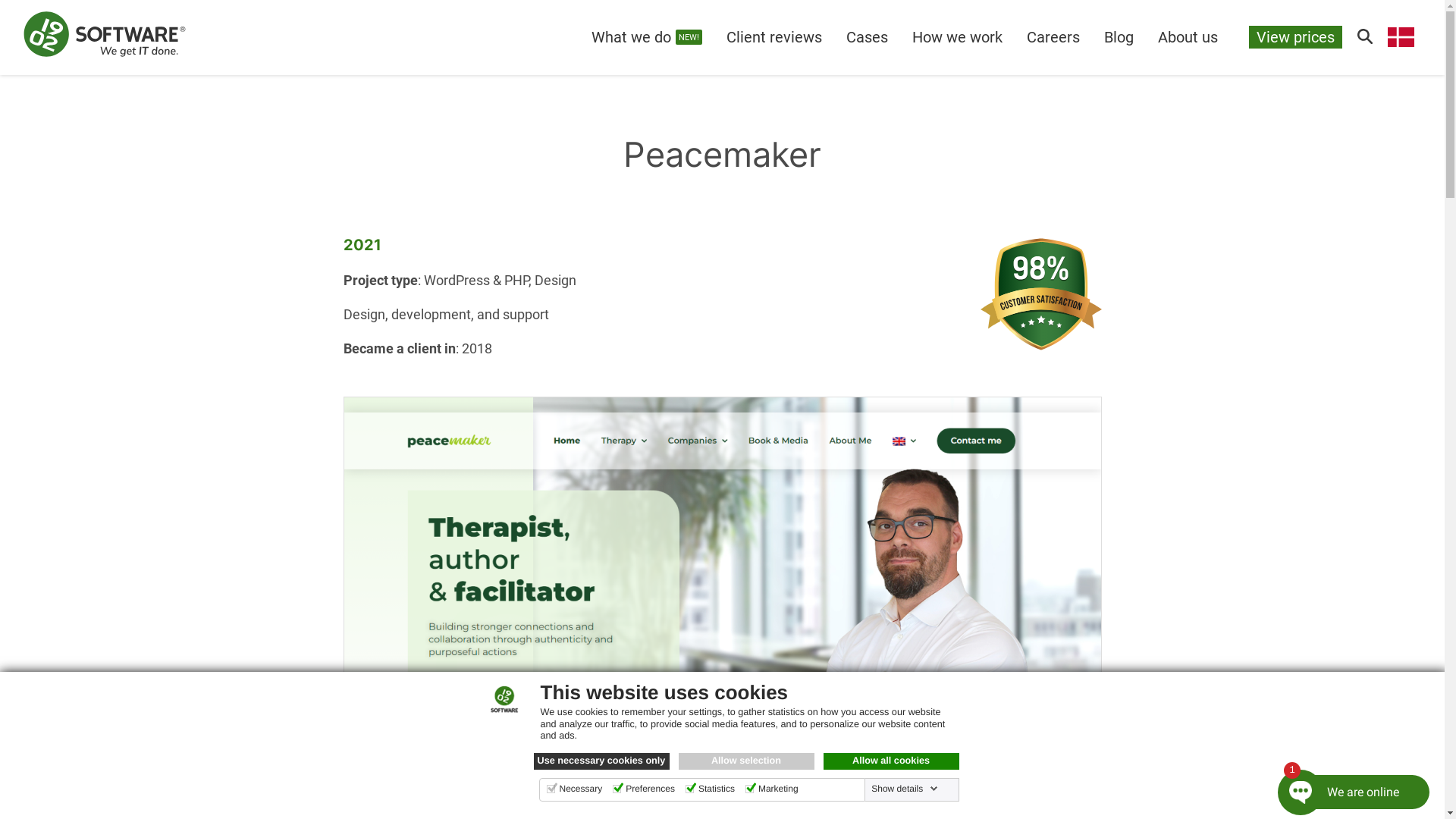 The width and height of the screenshot is (1456, 819). What do you see at coordinates (647, 36) in the screenshot?
I see `'What we do` at bounding box center [647, 36].